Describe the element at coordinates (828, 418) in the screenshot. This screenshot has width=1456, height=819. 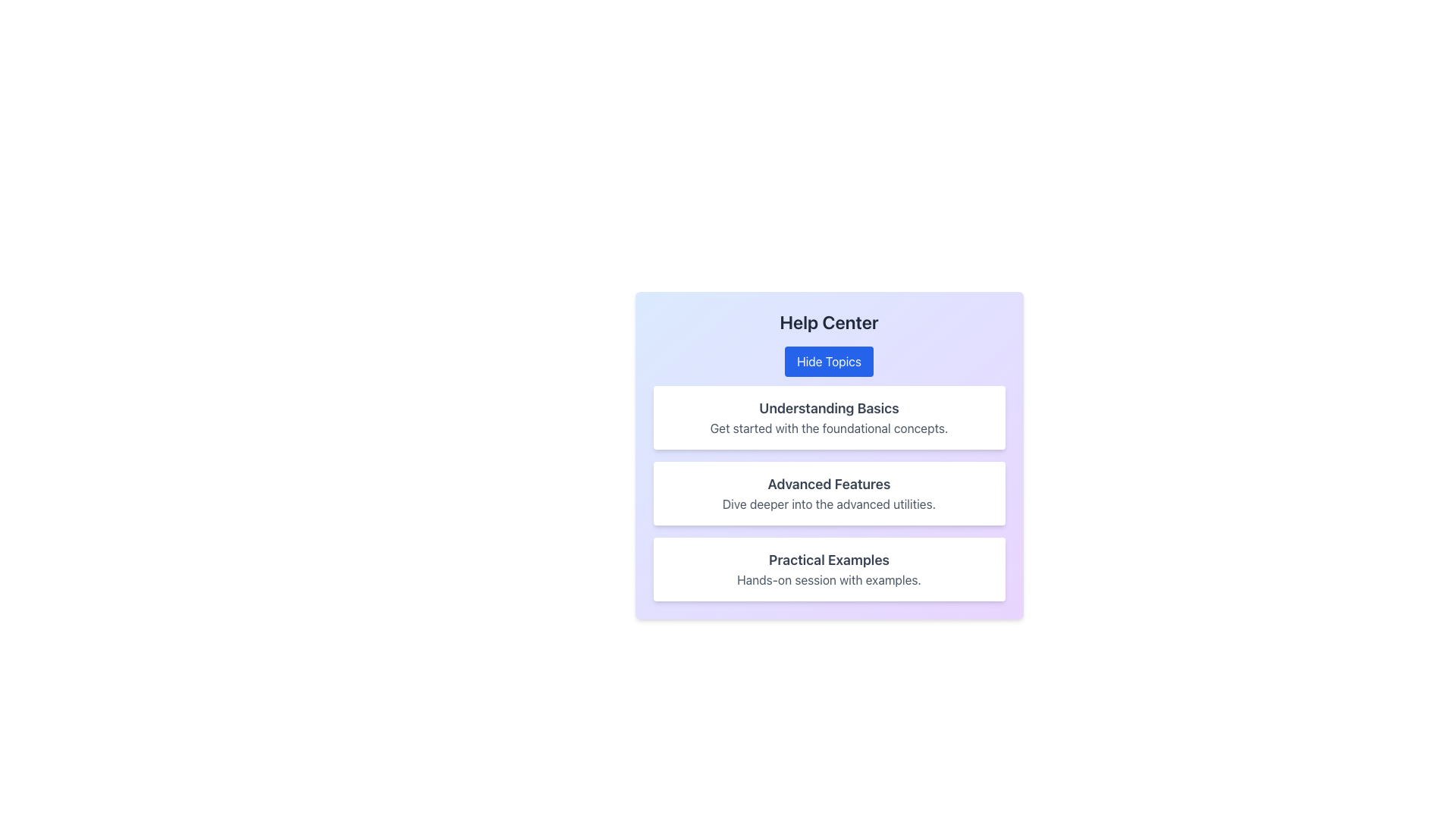
I see `the first Textual content block in the 'Help Center' that introduces foundational concepts` at that location.